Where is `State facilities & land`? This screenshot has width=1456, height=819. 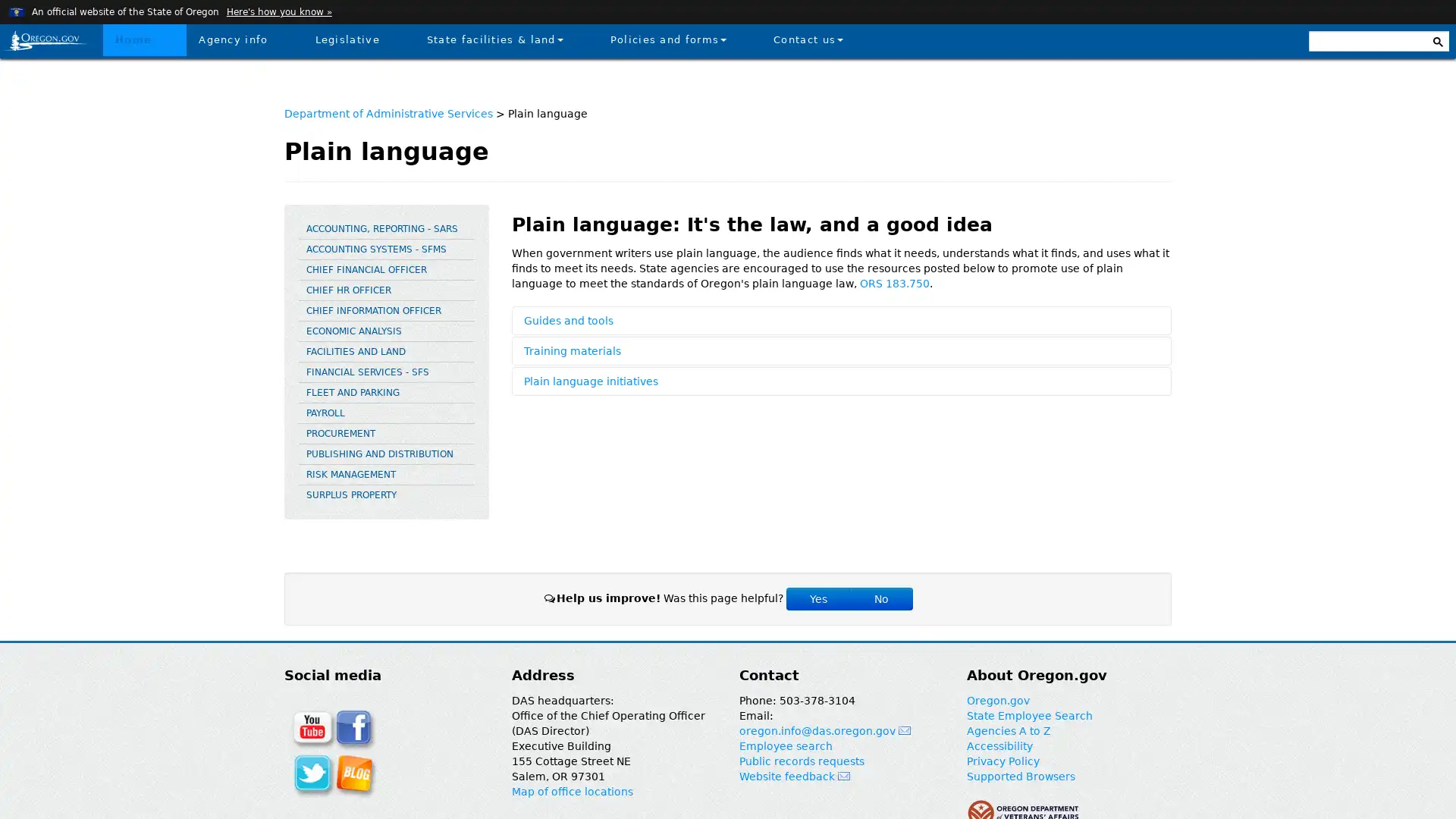 State facilities & land is located at coordinates (494, 38).